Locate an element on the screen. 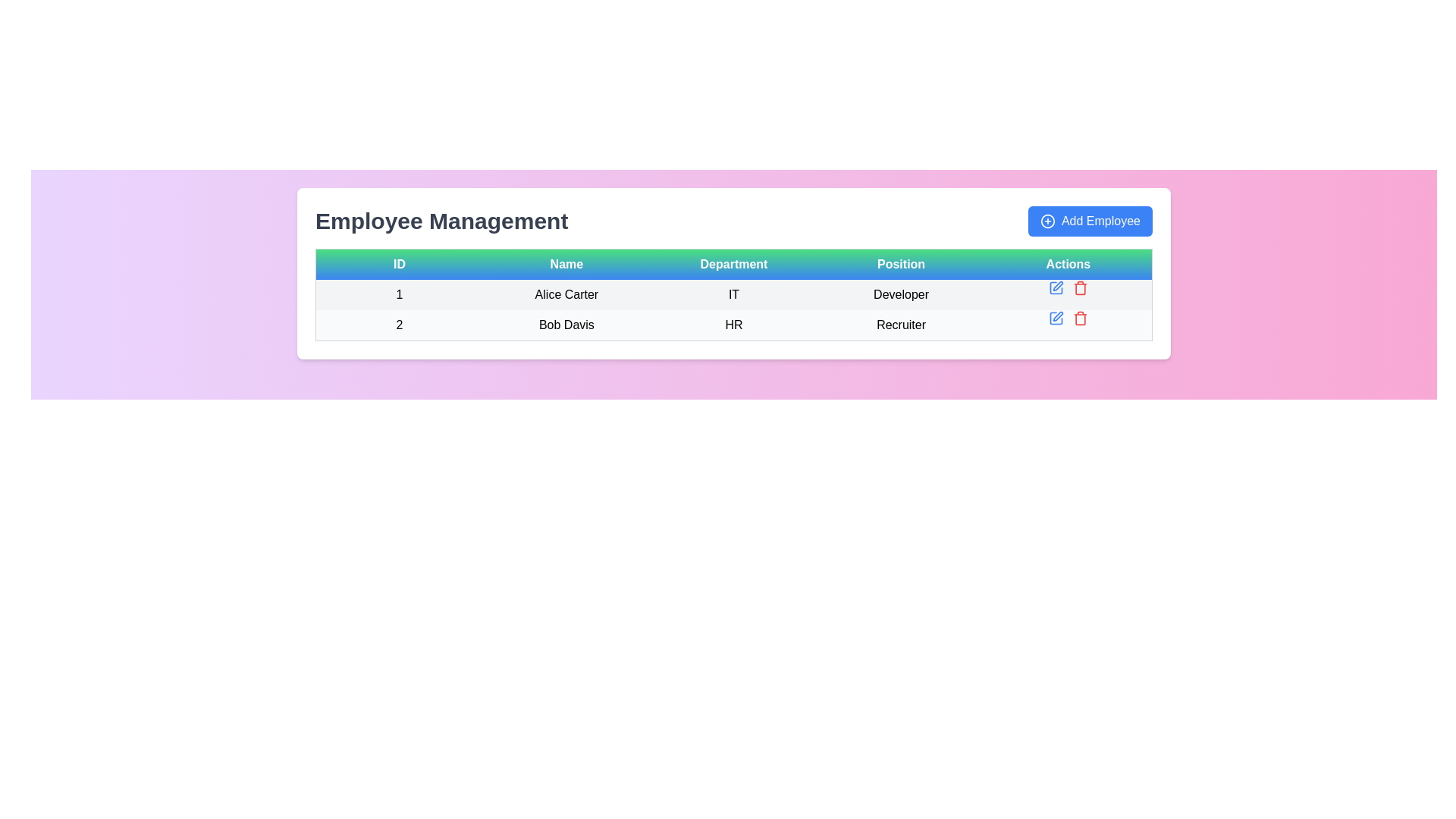  text content of the Table Header Row, which serves as the title for the columns of the table located at the top of the table structure is located at coordinates (734, 262).